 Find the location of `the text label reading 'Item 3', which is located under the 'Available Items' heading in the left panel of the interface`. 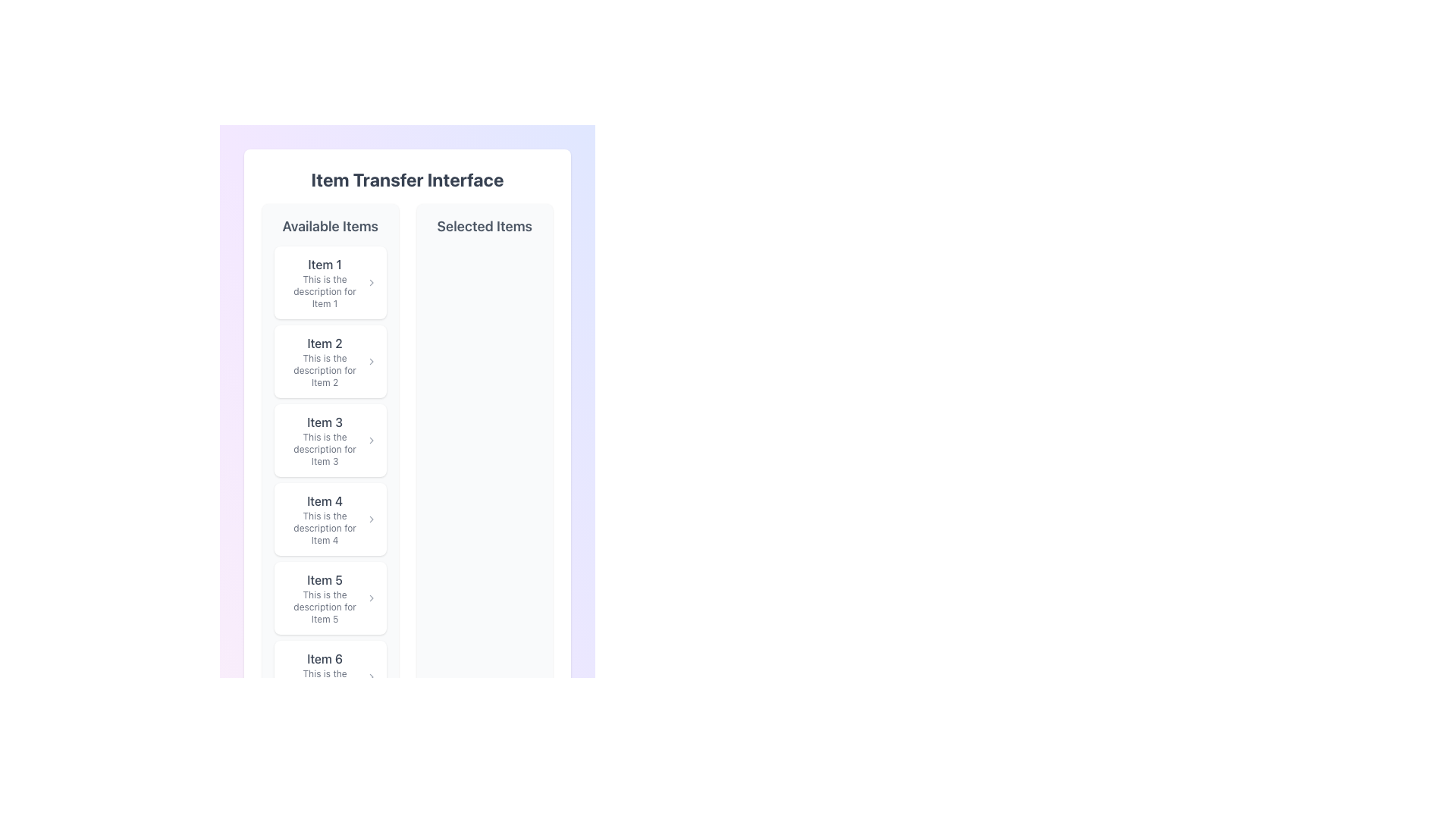

the text label reading 'Item 3', which is located under the 'Available Items' heading in the left panel of the interface is located at coordinates (324, 422).